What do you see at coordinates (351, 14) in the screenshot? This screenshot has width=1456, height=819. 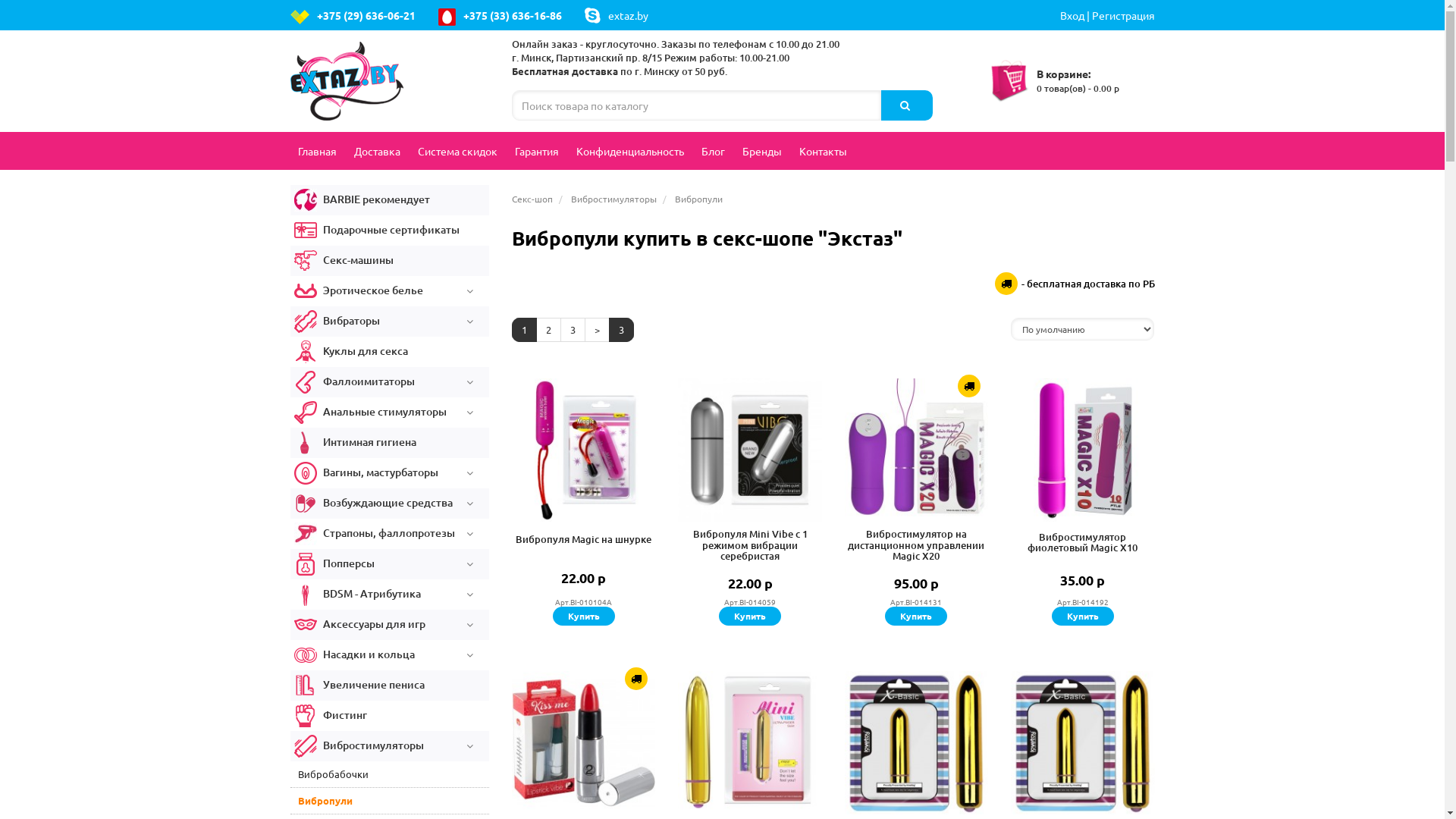 I see `'+375 (29) 636-06-21'` at bounding box center [351, 14].